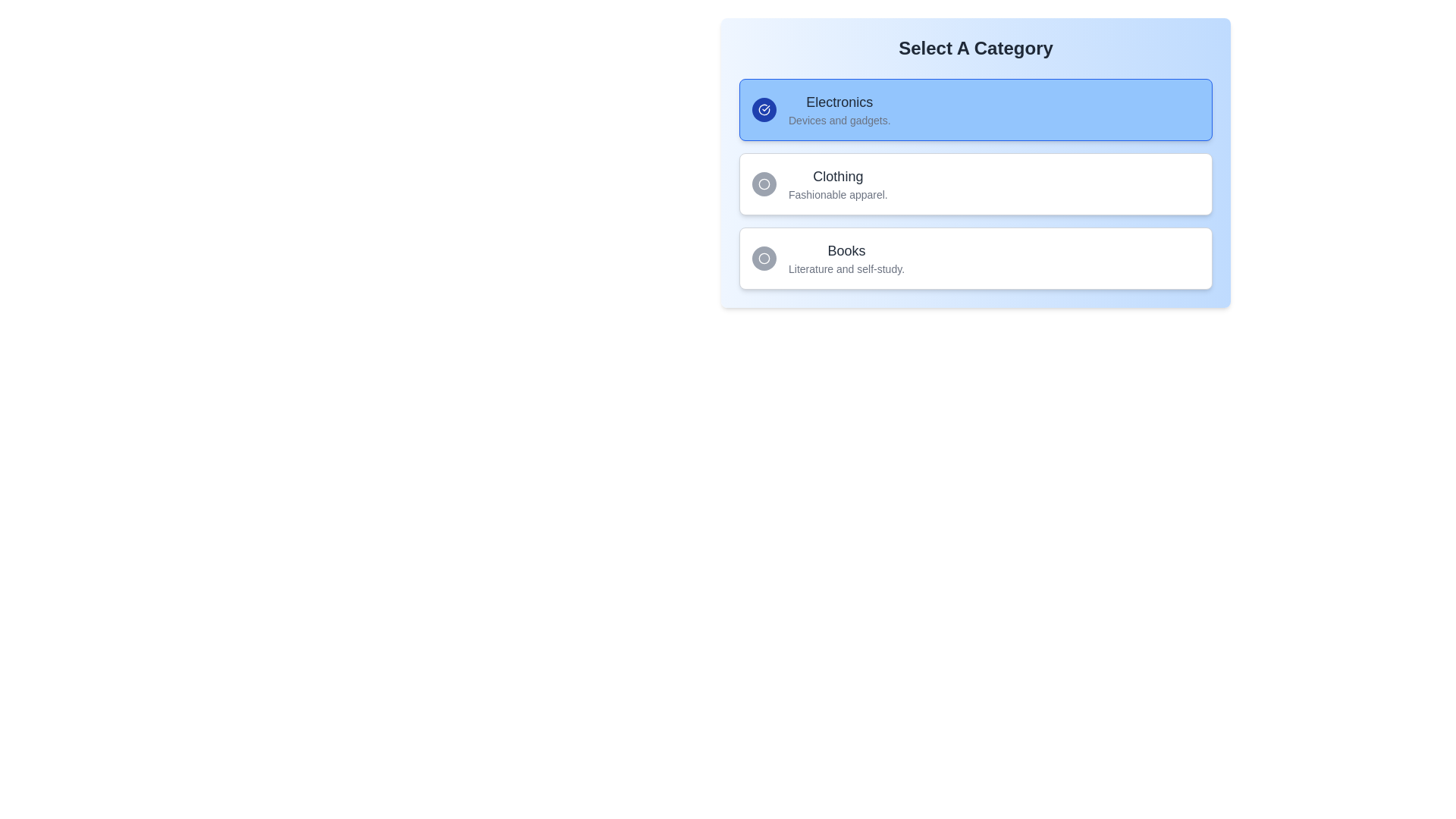 Image resolution: width=1456 pixels, height=819 pixels. What do you see at coordinates (846, 250) in the screenshot?
I see `'Books' label, which is a large, bold text header in dark gray, positioned third in the vertical list of category options` at bounding box center [846, 250].